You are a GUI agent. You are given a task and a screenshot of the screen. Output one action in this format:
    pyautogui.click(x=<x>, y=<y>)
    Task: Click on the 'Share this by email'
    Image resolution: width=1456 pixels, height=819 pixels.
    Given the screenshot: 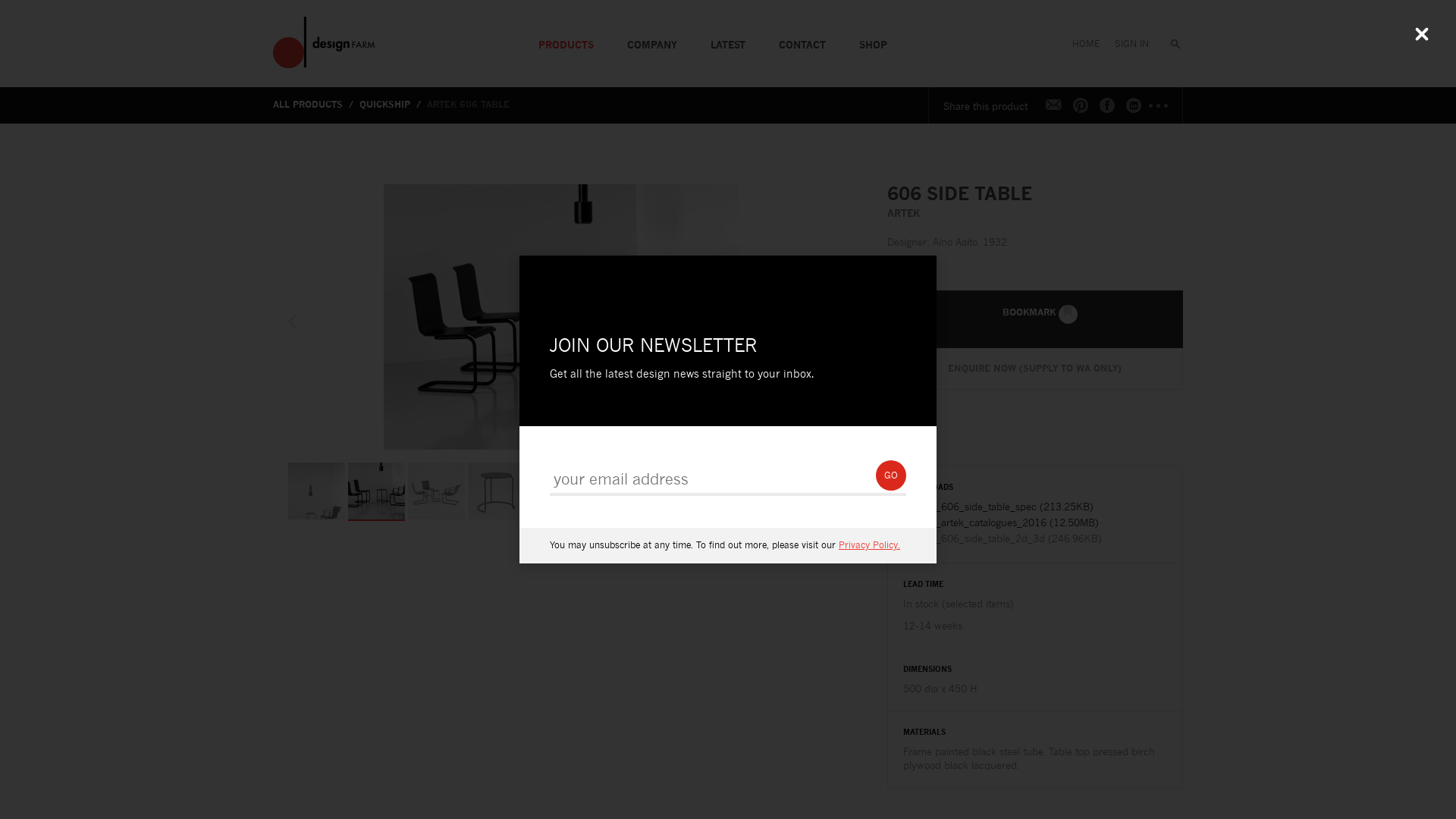 What is the action you would take?
    pyautogui.click(x=1053, y=104)
    